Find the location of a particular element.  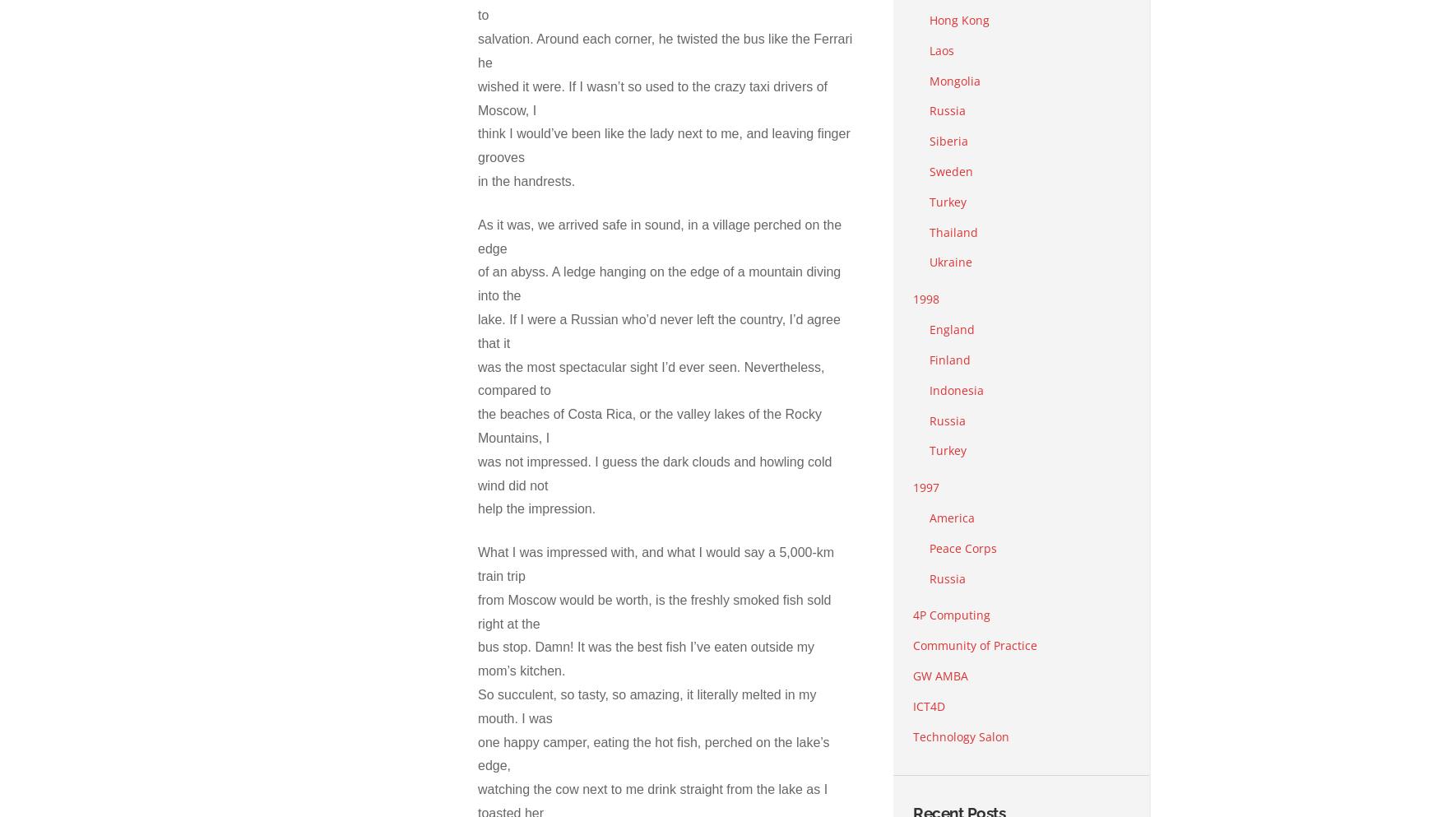

'England' is located at coordinates (952, 328).